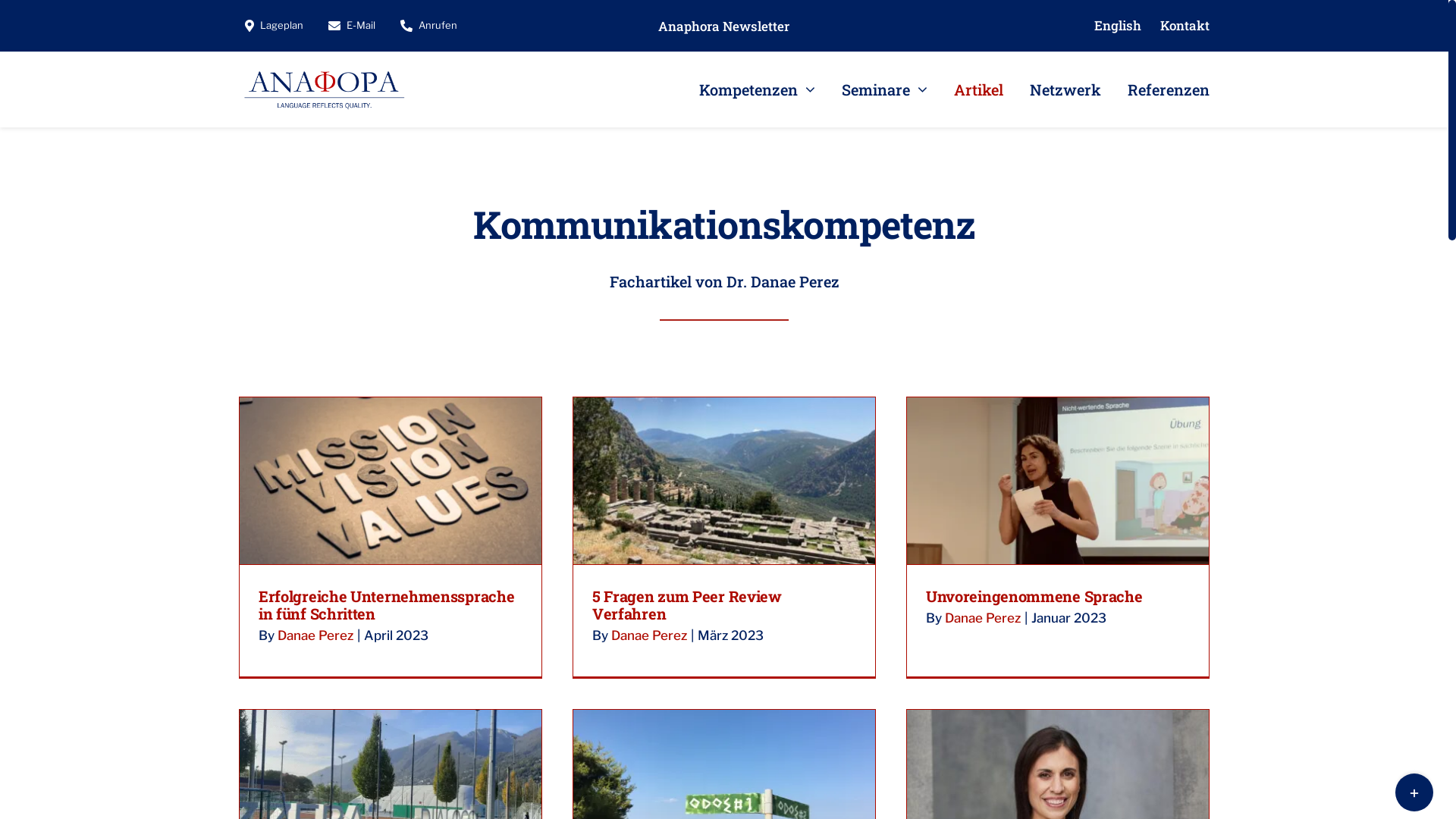 This screenshot has width=1456, height=819. Describe the element at coordinates (271, 26) in the screenshot. I see `'Lageplan'` at that location.